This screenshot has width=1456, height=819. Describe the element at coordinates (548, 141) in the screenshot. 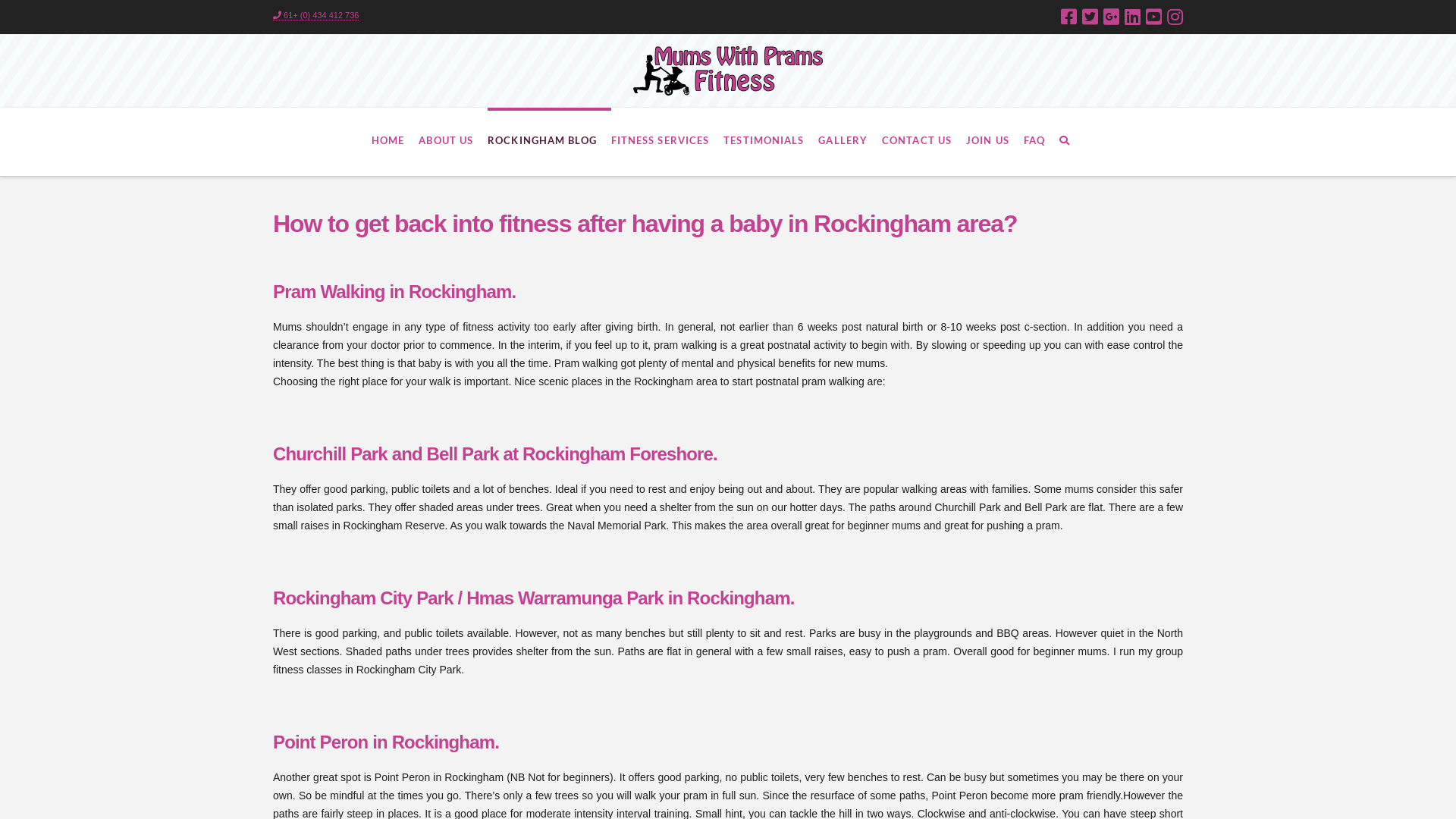

I see `'ROCKINGHAM BLOG'` at that location.